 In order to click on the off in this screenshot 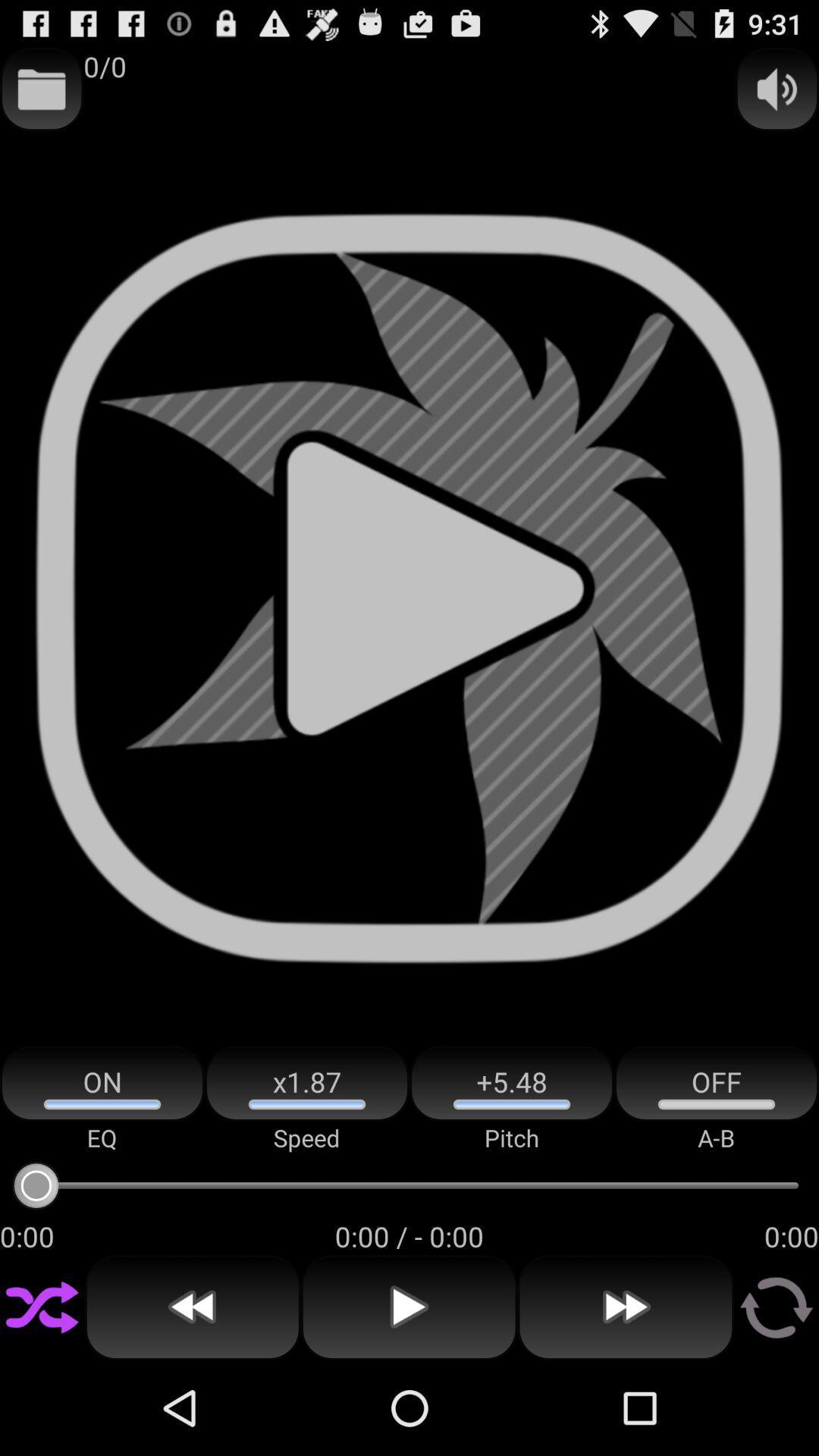, I will do `click(717, 1083)`.